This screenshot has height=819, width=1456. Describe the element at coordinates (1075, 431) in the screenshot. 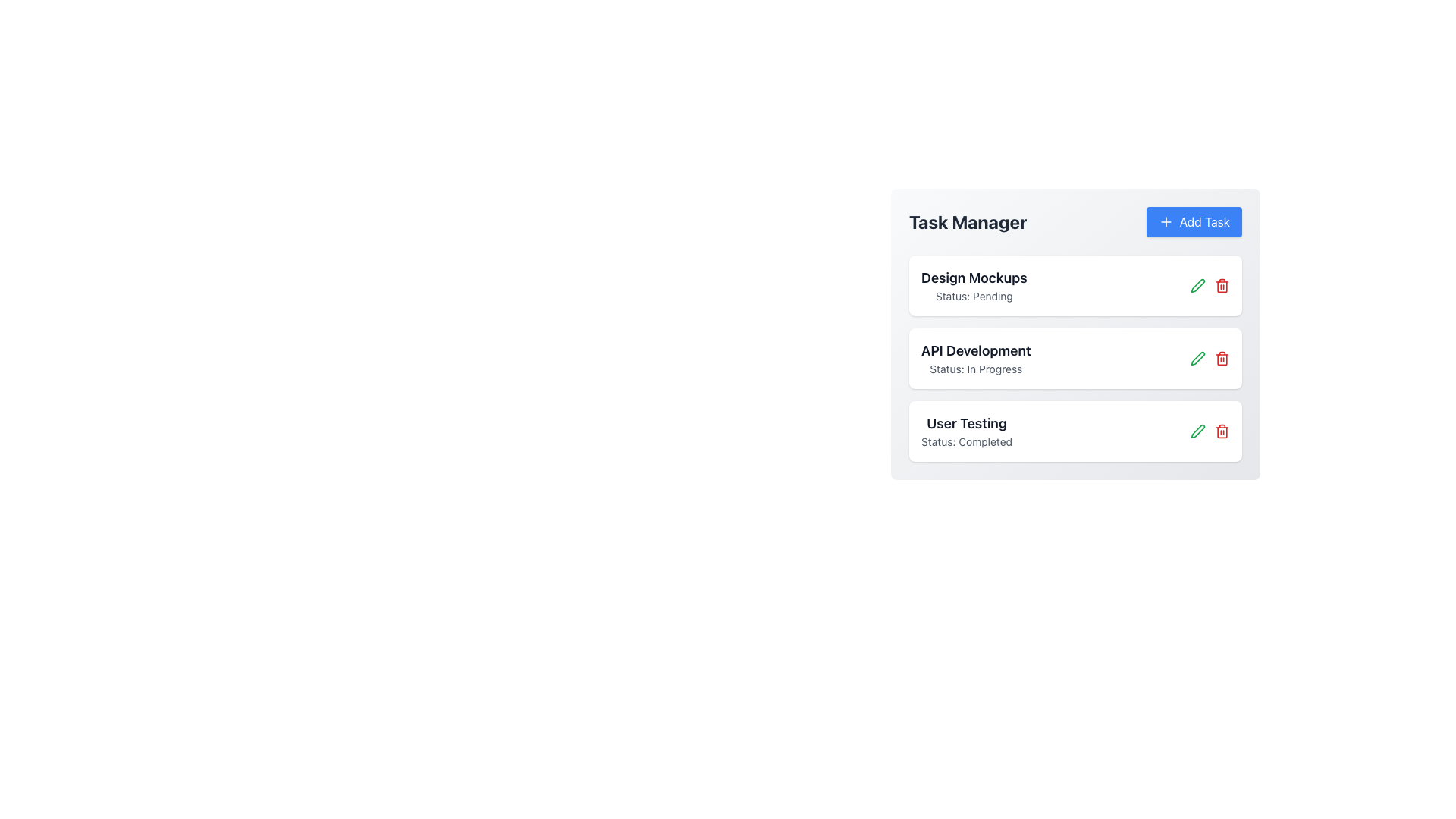

I see `the third task item card labeled 'User Testing'` at that location.